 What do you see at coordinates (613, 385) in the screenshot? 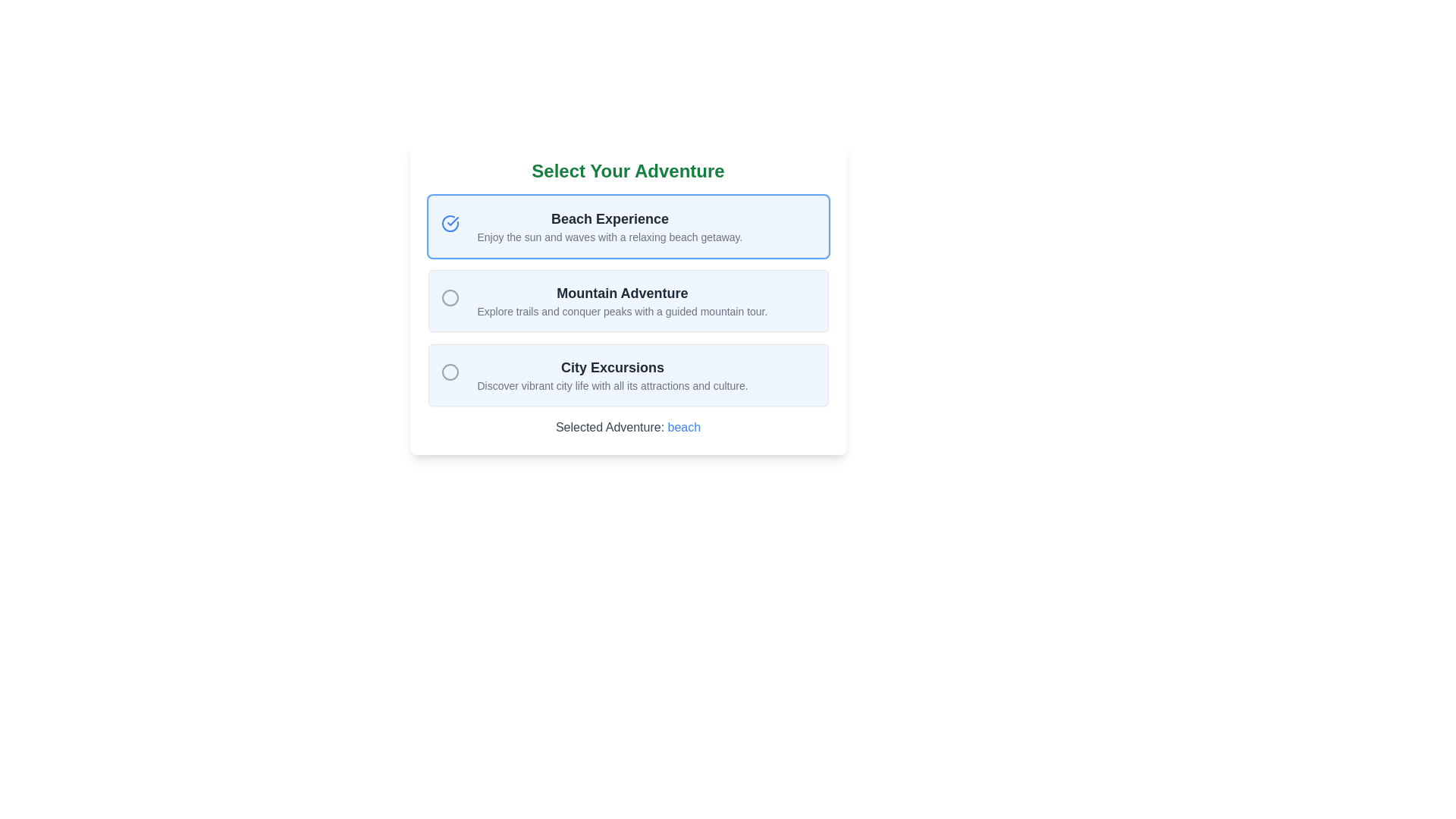
I see `the descriptive text element that provides information about the 'City Excursions' option` at bounding box center [613, 385].